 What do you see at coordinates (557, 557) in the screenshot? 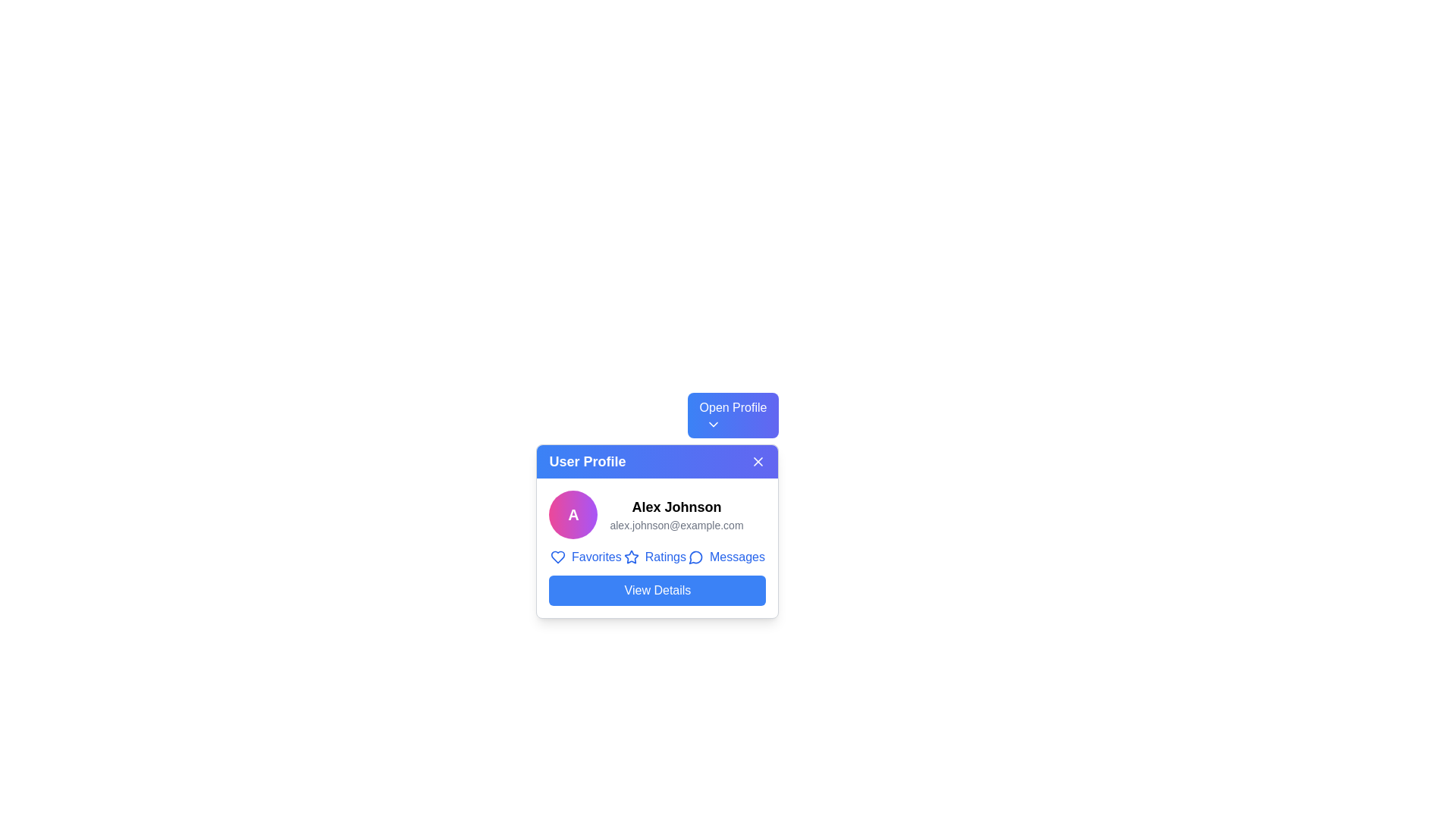
I see `the heart-shaped icon located at the leftmost side of the horizontal group containing 'Favorites'` at bounding box center [557, 557].